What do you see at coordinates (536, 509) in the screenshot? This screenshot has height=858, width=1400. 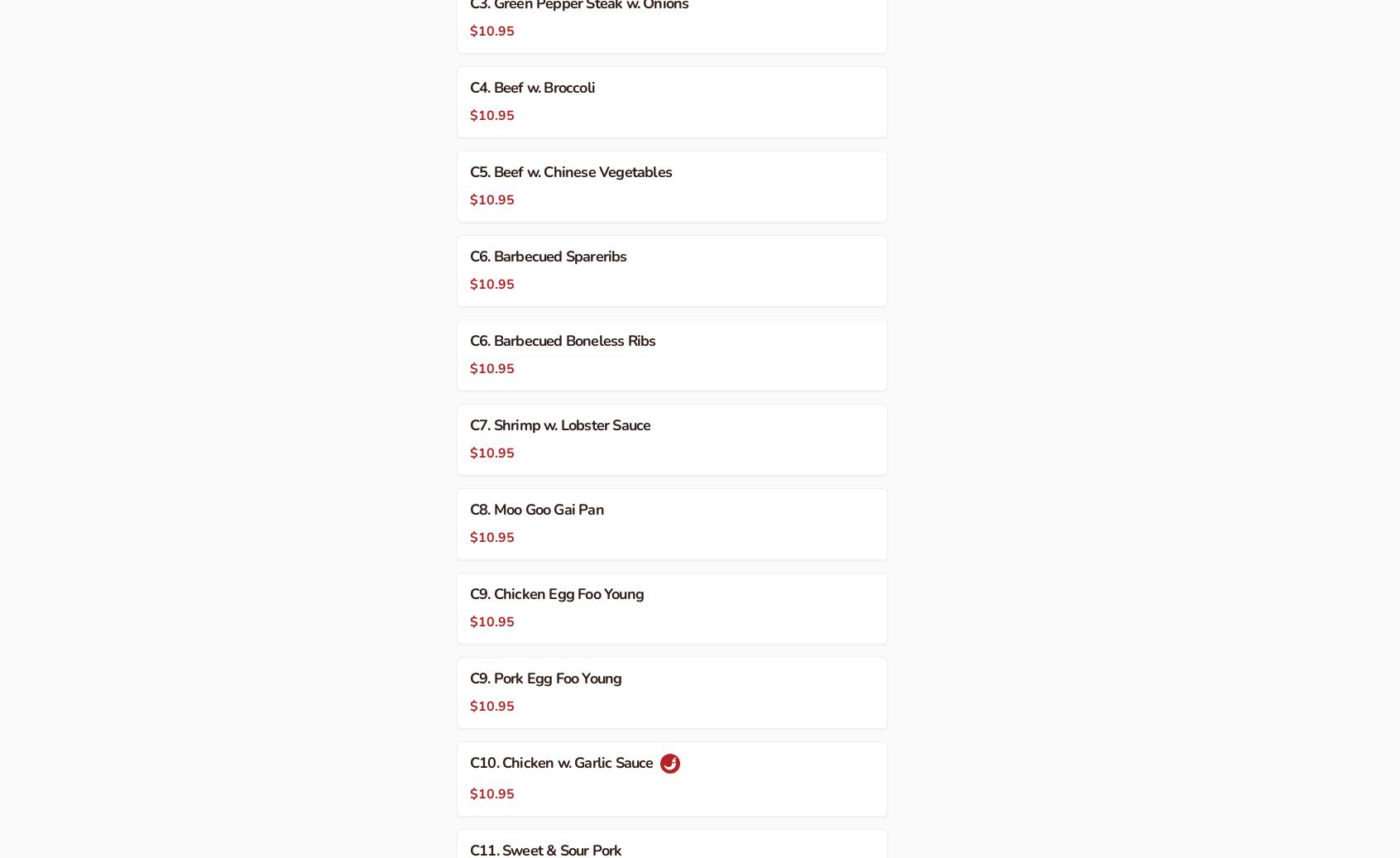 I see `'C8.  Moo Goo Gai Pan'` at bounding box center [536, 509].